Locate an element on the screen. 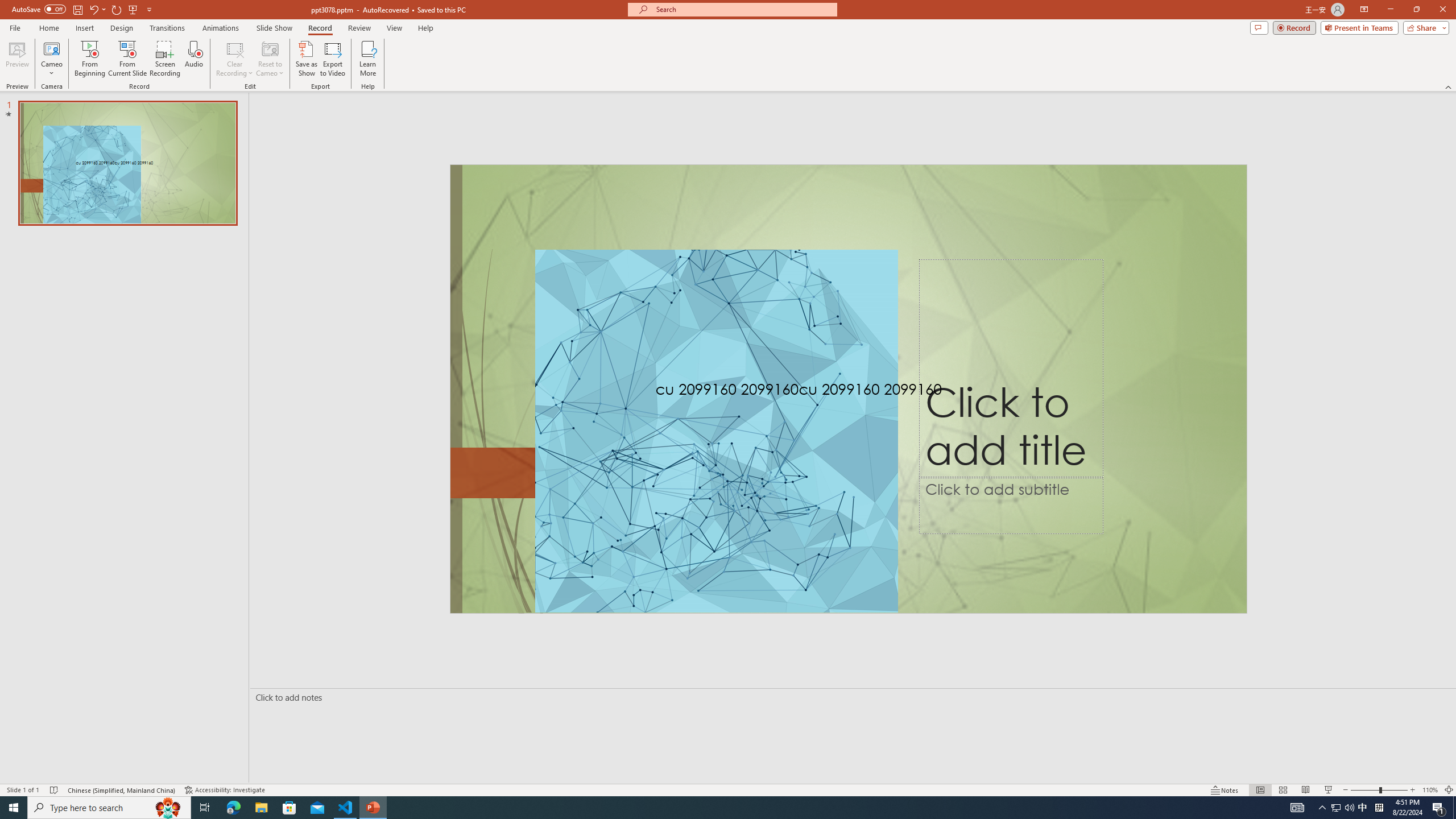 The width and height of the screenshot is (1456, 819). 'Collapse the Ribbon' is located at coordinates (1449, 87).